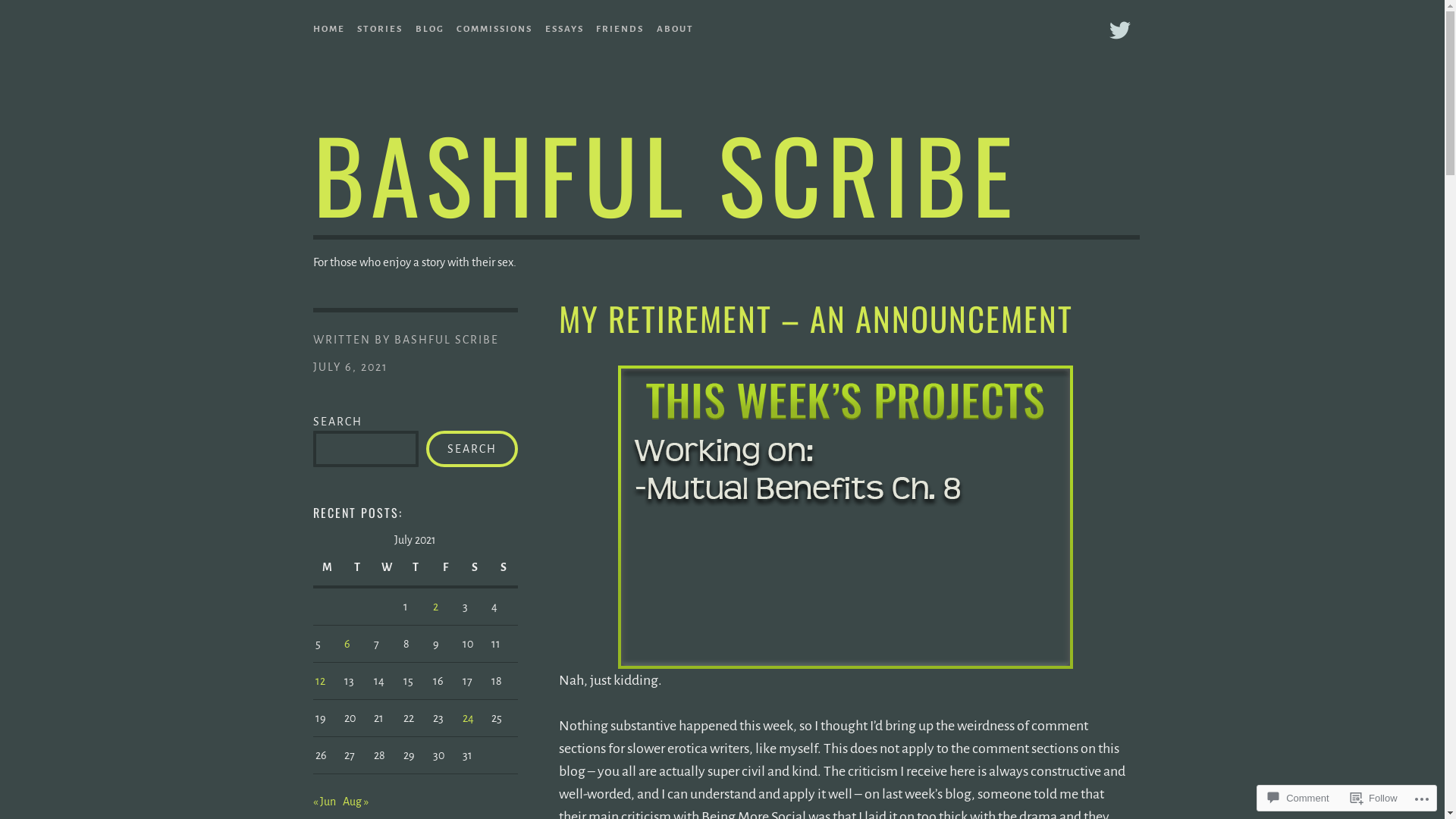 Image resolution: width=1456 pixels, height=819 pixels. I want to click on 'HOME', so click(312, 26).